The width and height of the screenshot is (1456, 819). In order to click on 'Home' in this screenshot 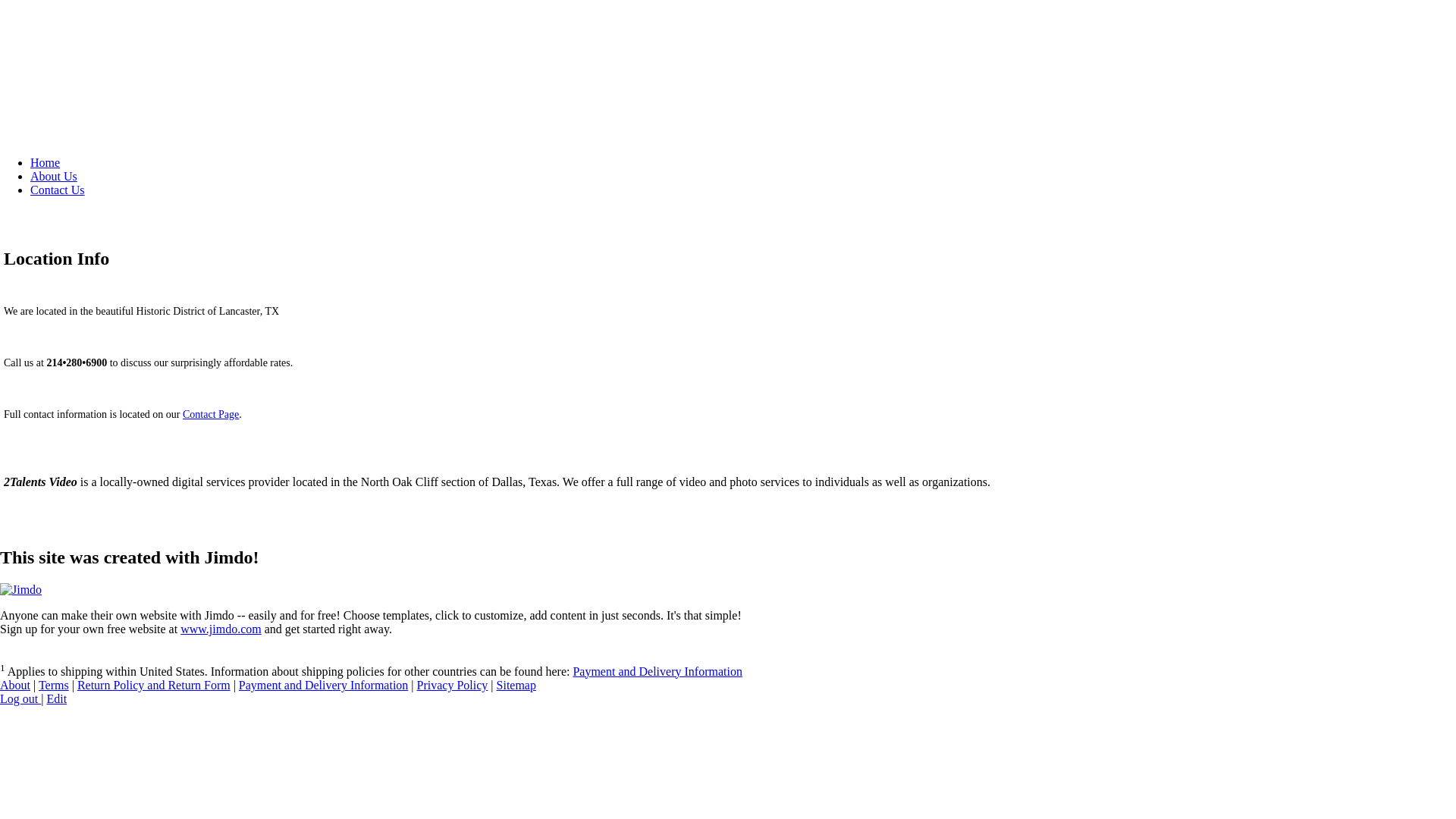, I will do `click(45, 162)`.